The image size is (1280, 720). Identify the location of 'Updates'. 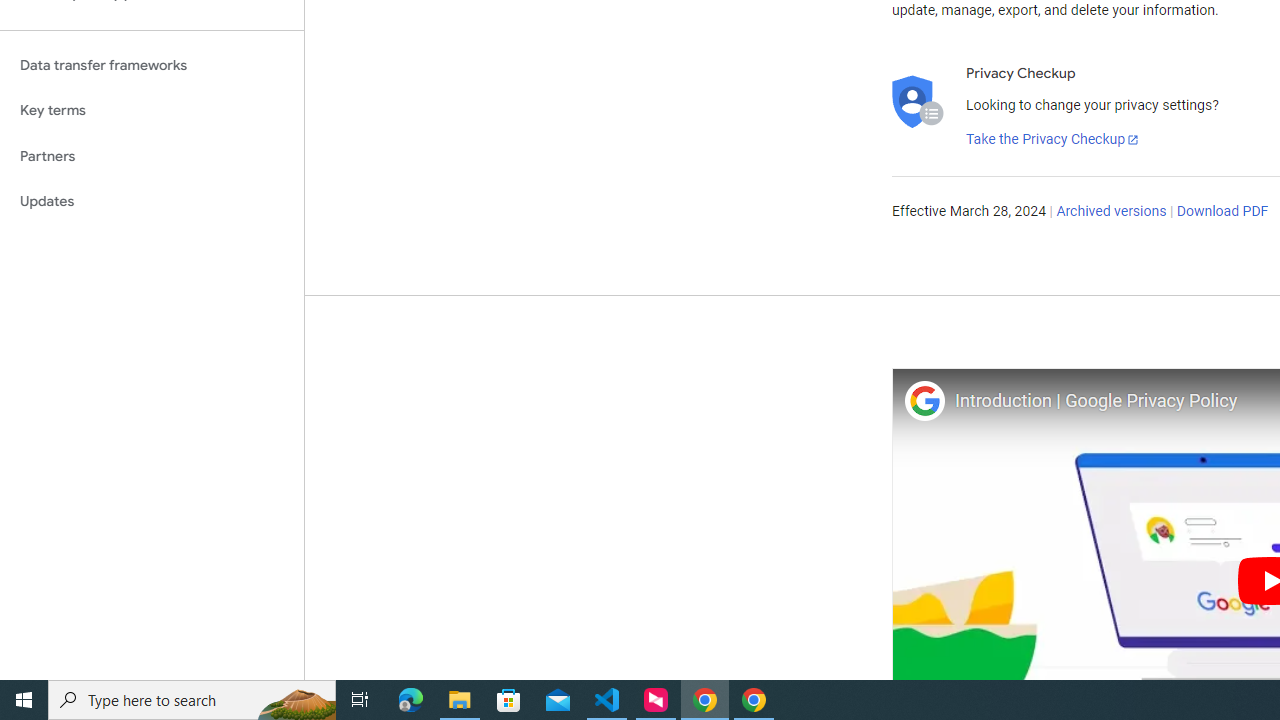
(151, 201).